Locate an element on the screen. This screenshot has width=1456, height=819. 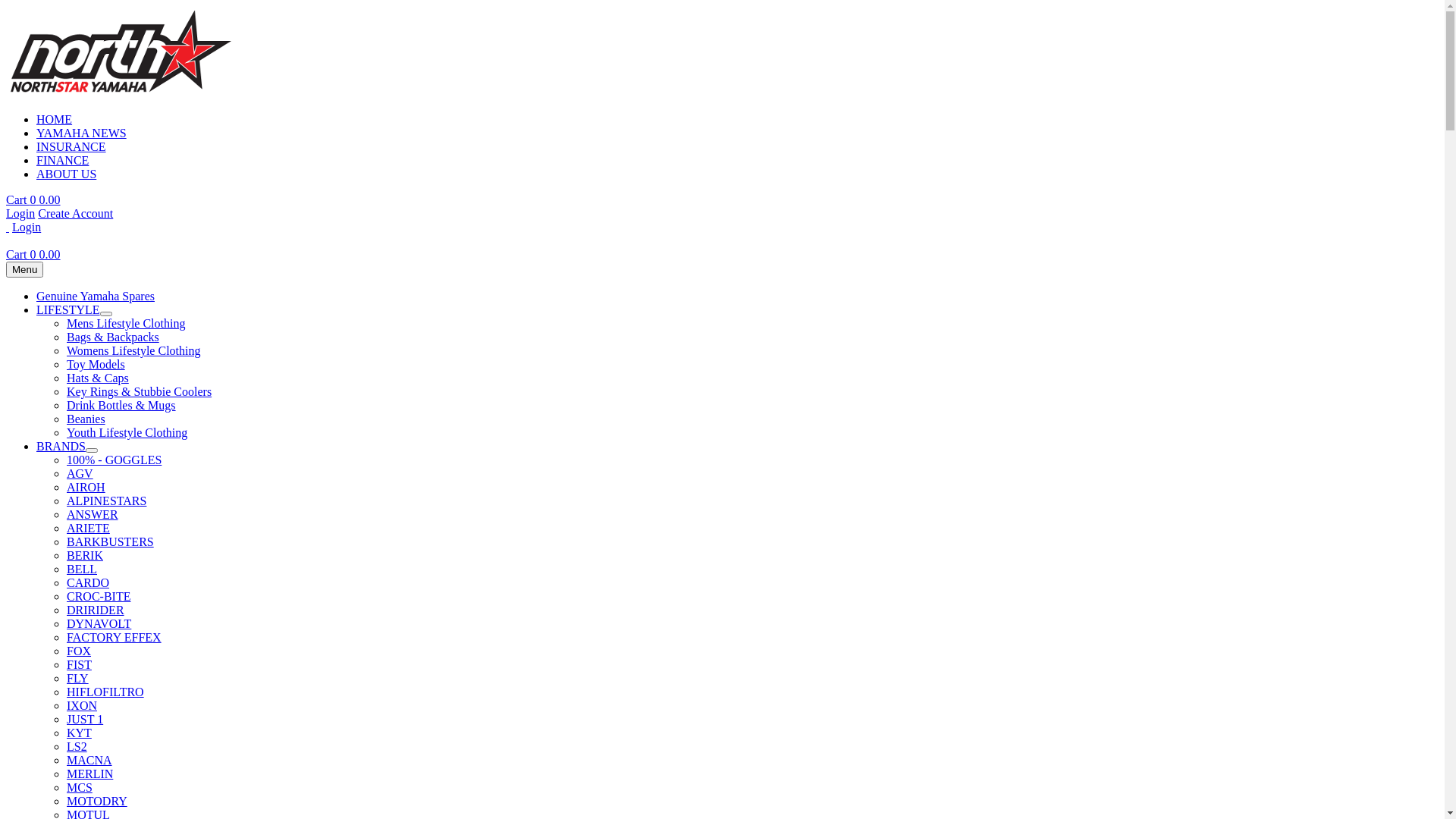
'IXON' is located at coordinates (80, 705).